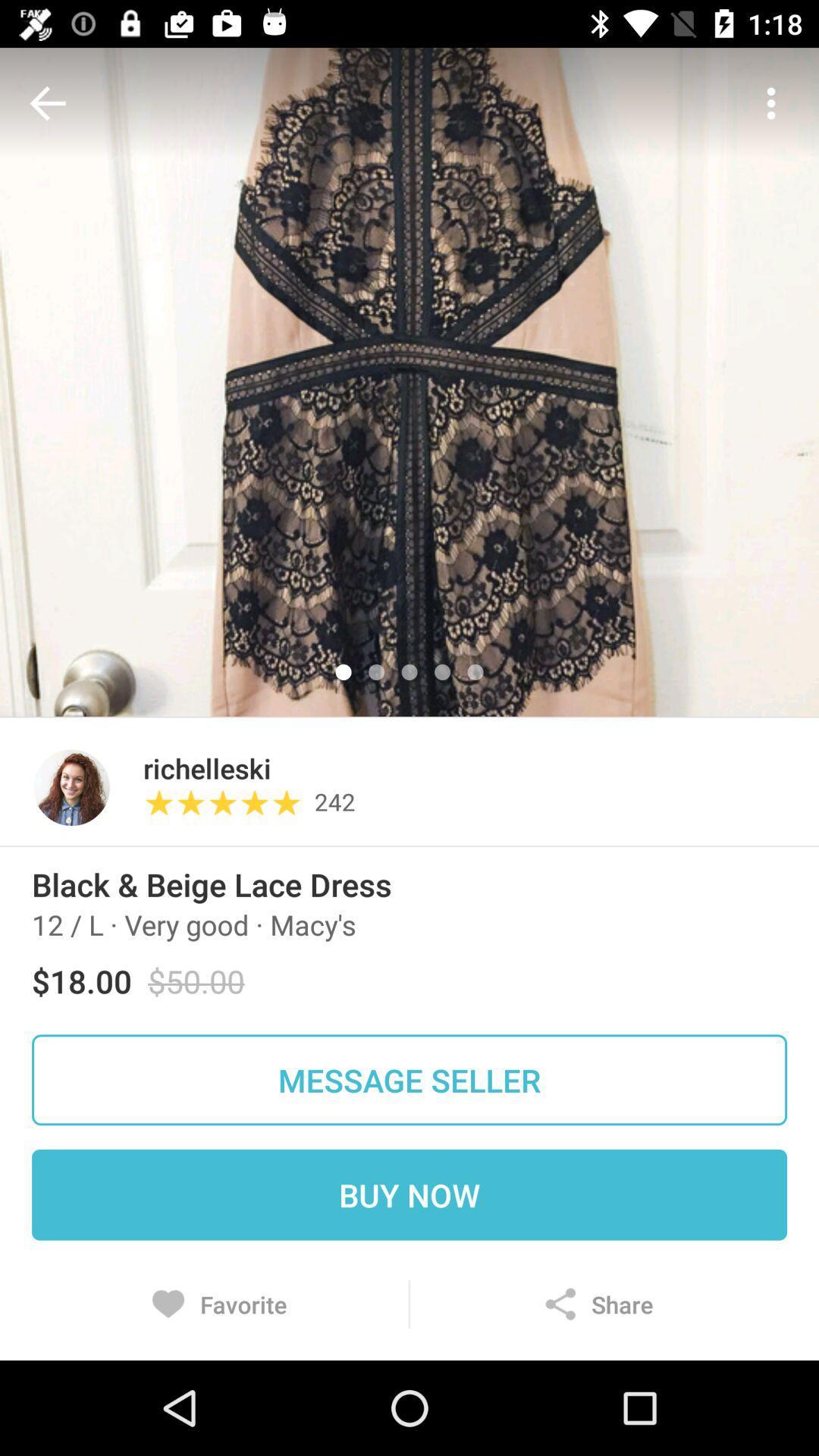 This screenshot has height=1456, width=819. Describe the element at coordinates (228, 802) in the screenshot. I see `the item to the left of the 242 icon` at that location.